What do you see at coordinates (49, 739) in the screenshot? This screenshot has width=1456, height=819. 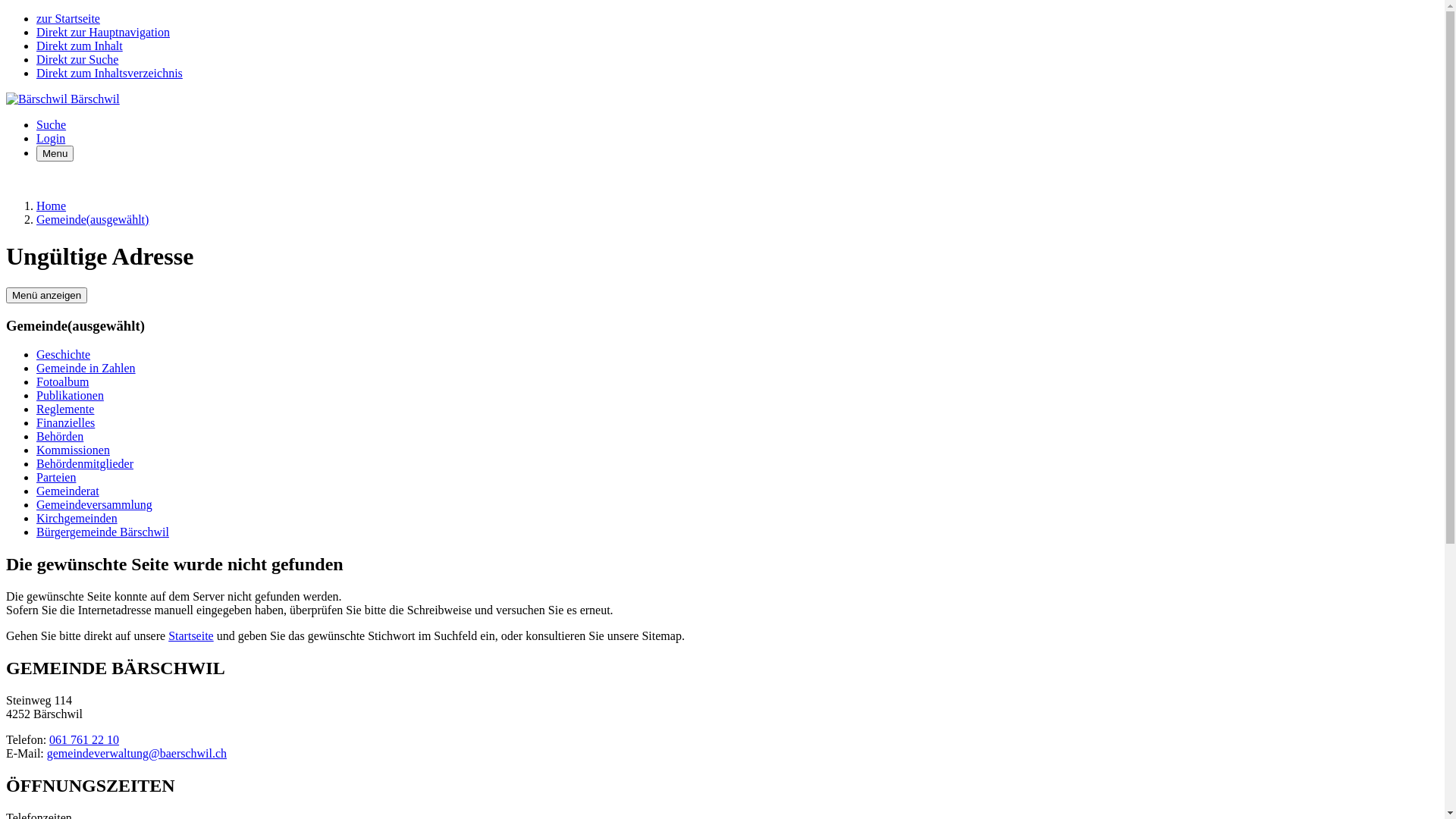 I see `'061 761 22 10'` at bounding box center [49, 739].